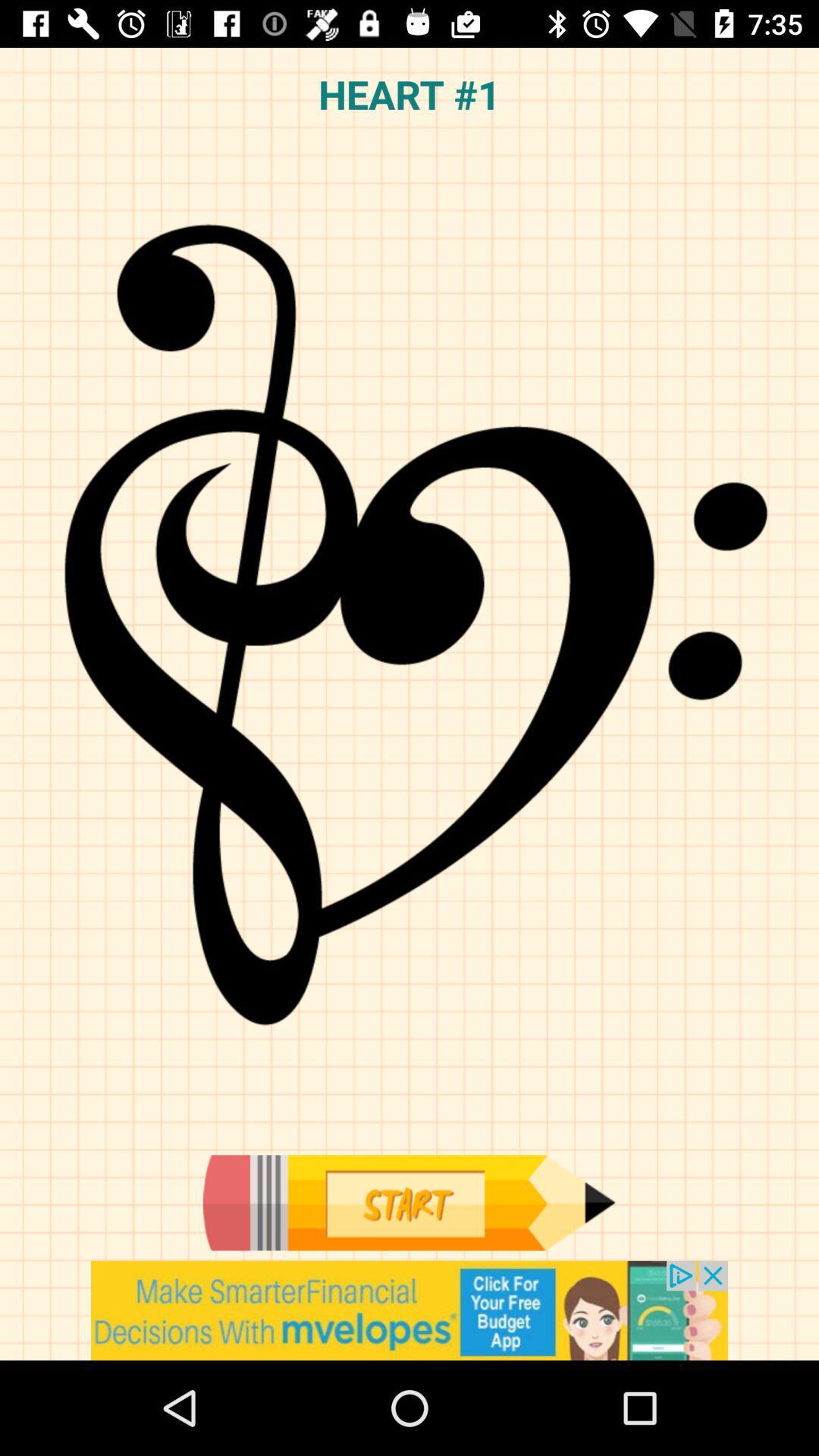 Image resolution: width=819 pixels, height=1456 pixels. Describe the element at coordinates (409, 1310) in the screenshot. I see `install app` at that location.